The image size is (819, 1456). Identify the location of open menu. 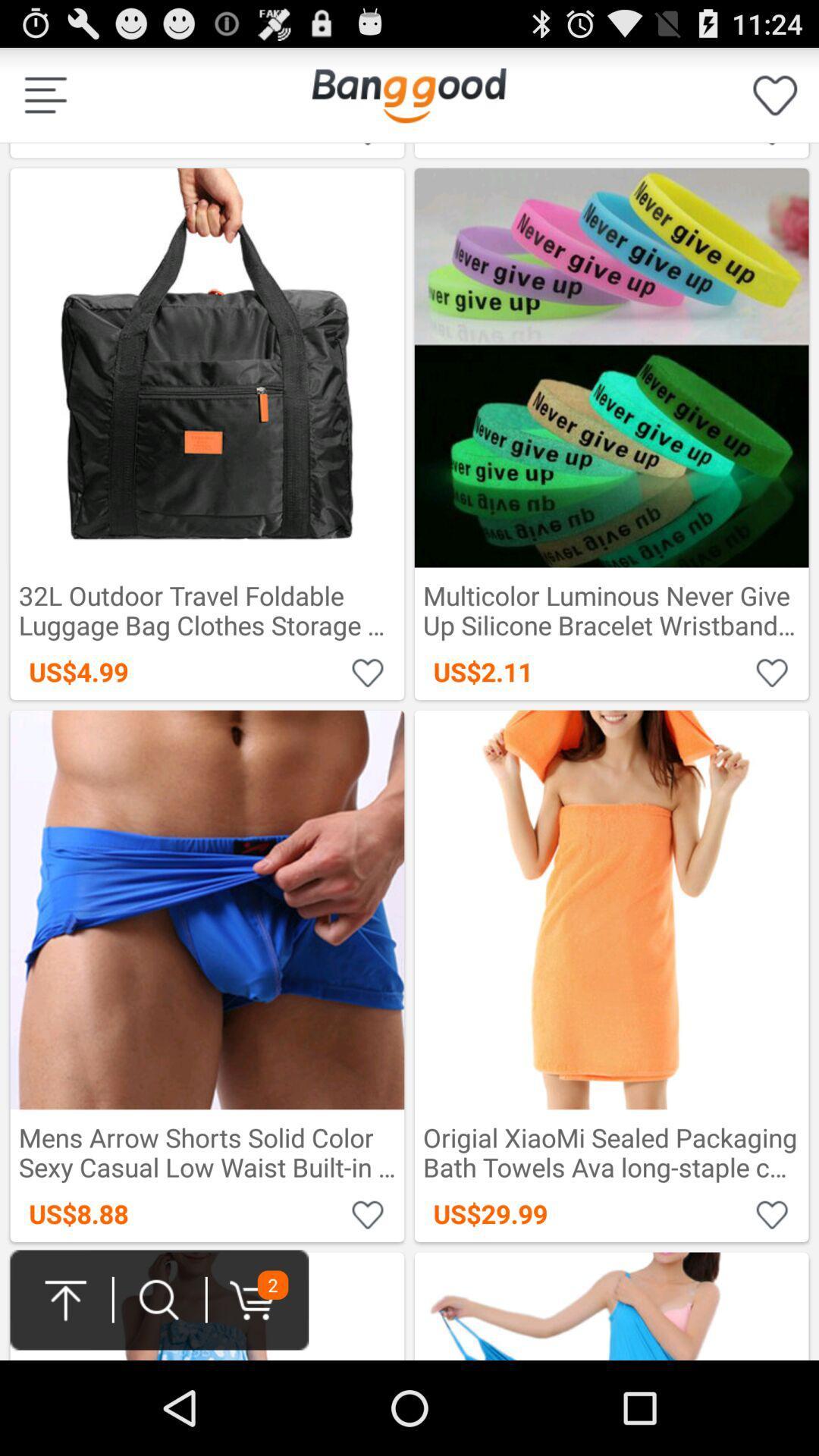
(45, 94).